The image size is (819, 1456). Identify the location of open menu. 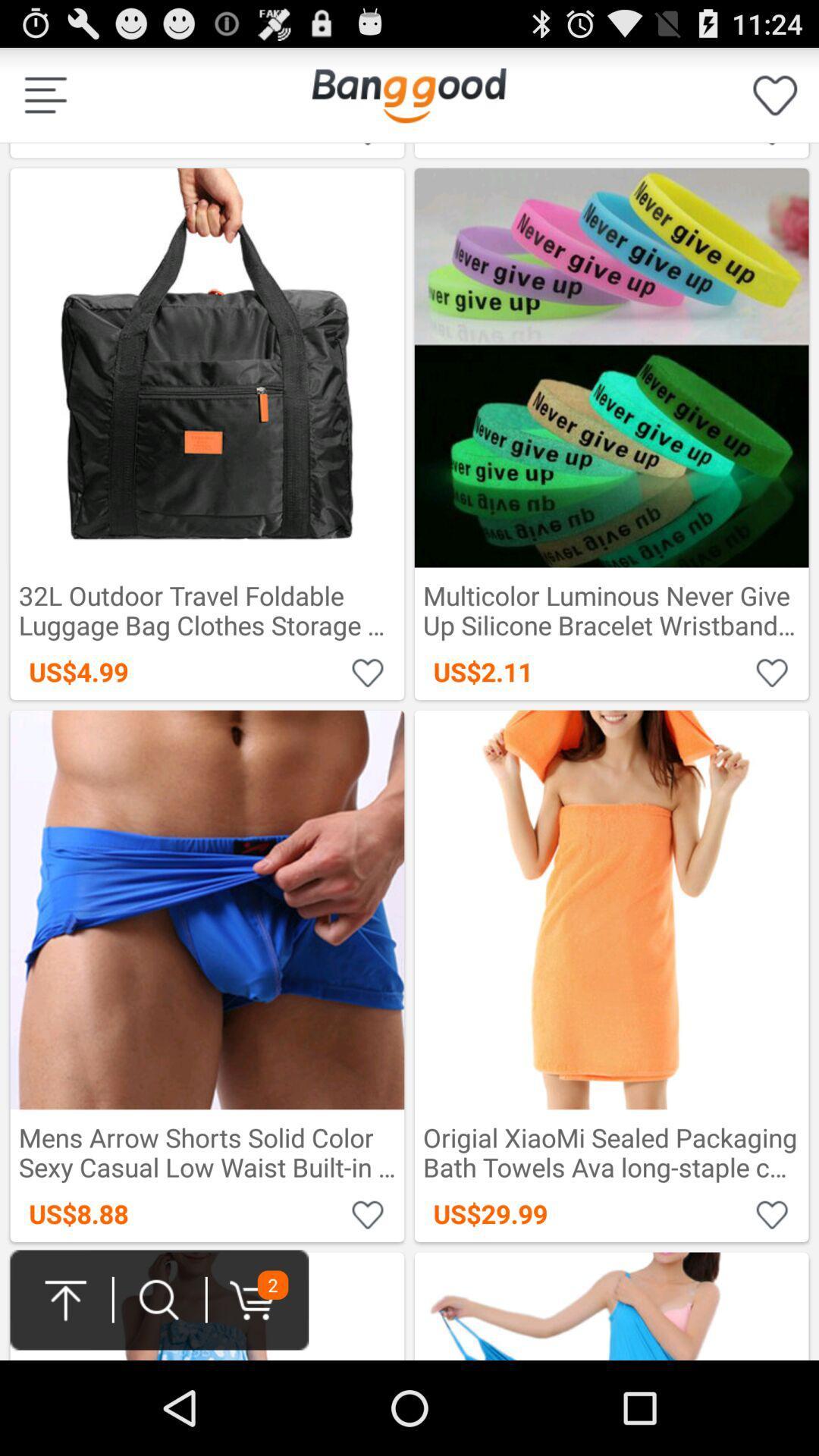
(45, 94).